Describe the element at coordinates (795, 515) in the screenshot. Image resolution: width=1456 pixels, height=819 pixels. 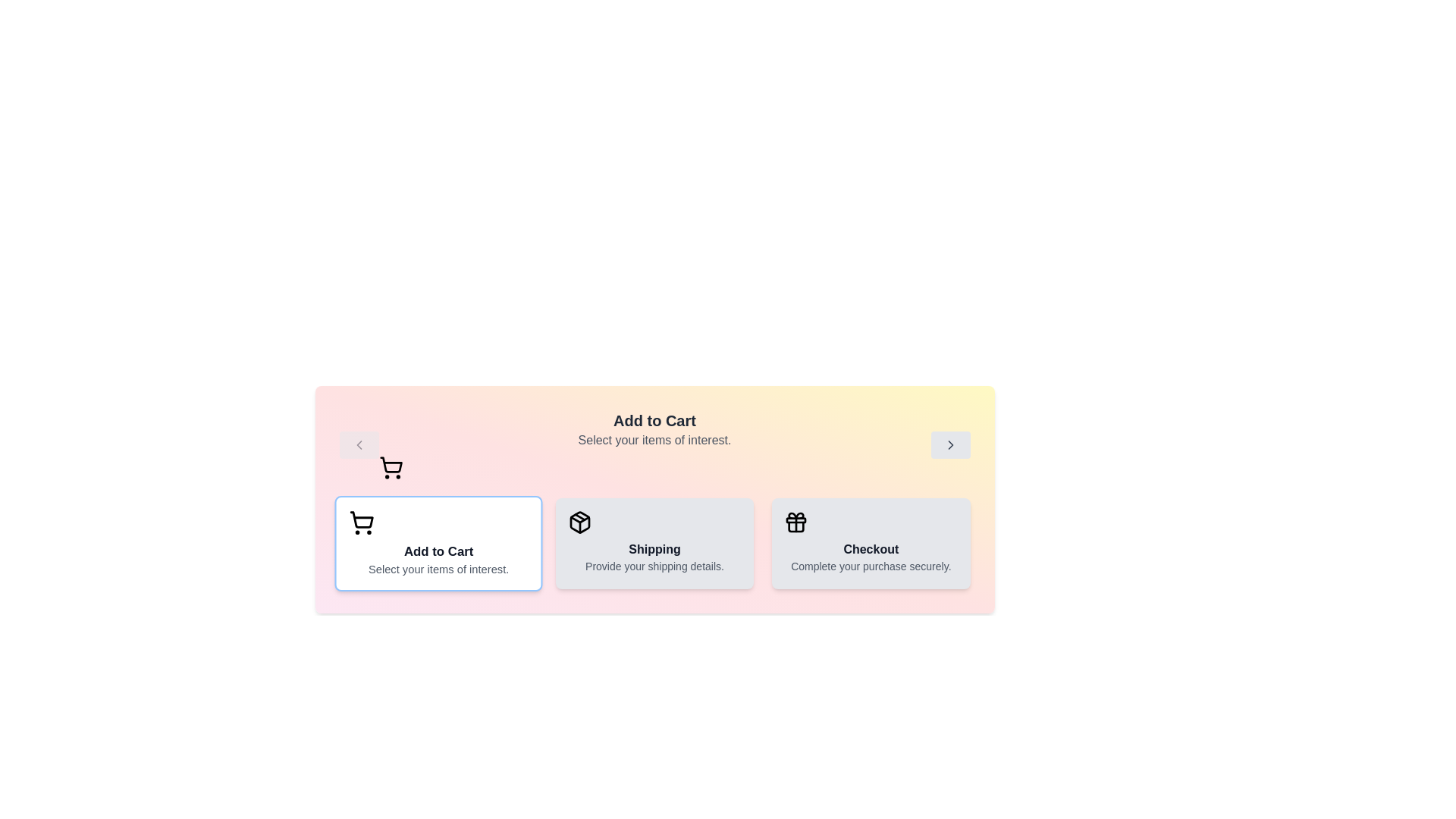
I see `the decorative graphic within the gift icon located in the 'Checkout' card` at that location.